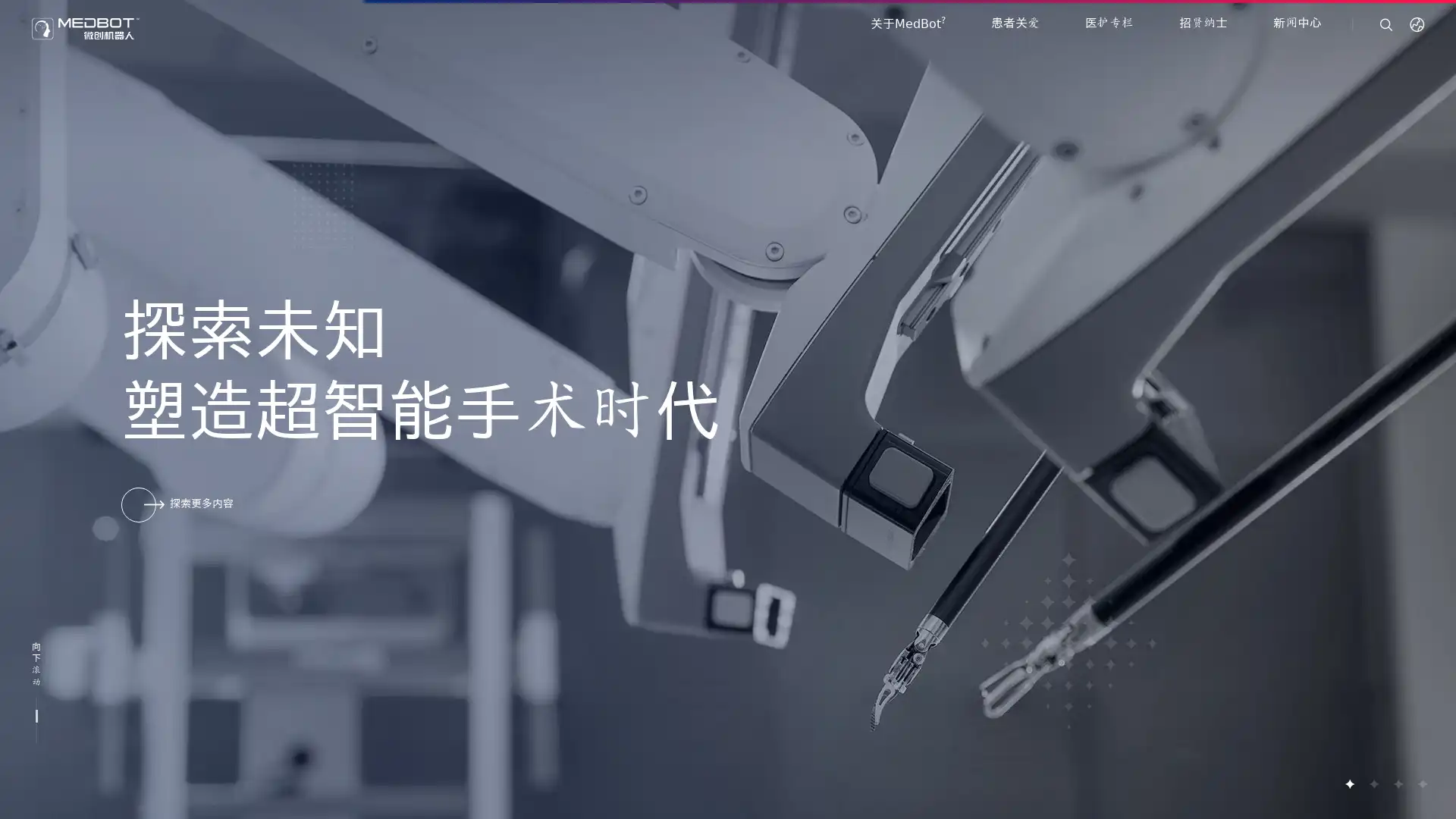 Image resolution: width=1456 pixels, height=819 pixels. I want to click on Go to slide 1, so click(1349, 783).